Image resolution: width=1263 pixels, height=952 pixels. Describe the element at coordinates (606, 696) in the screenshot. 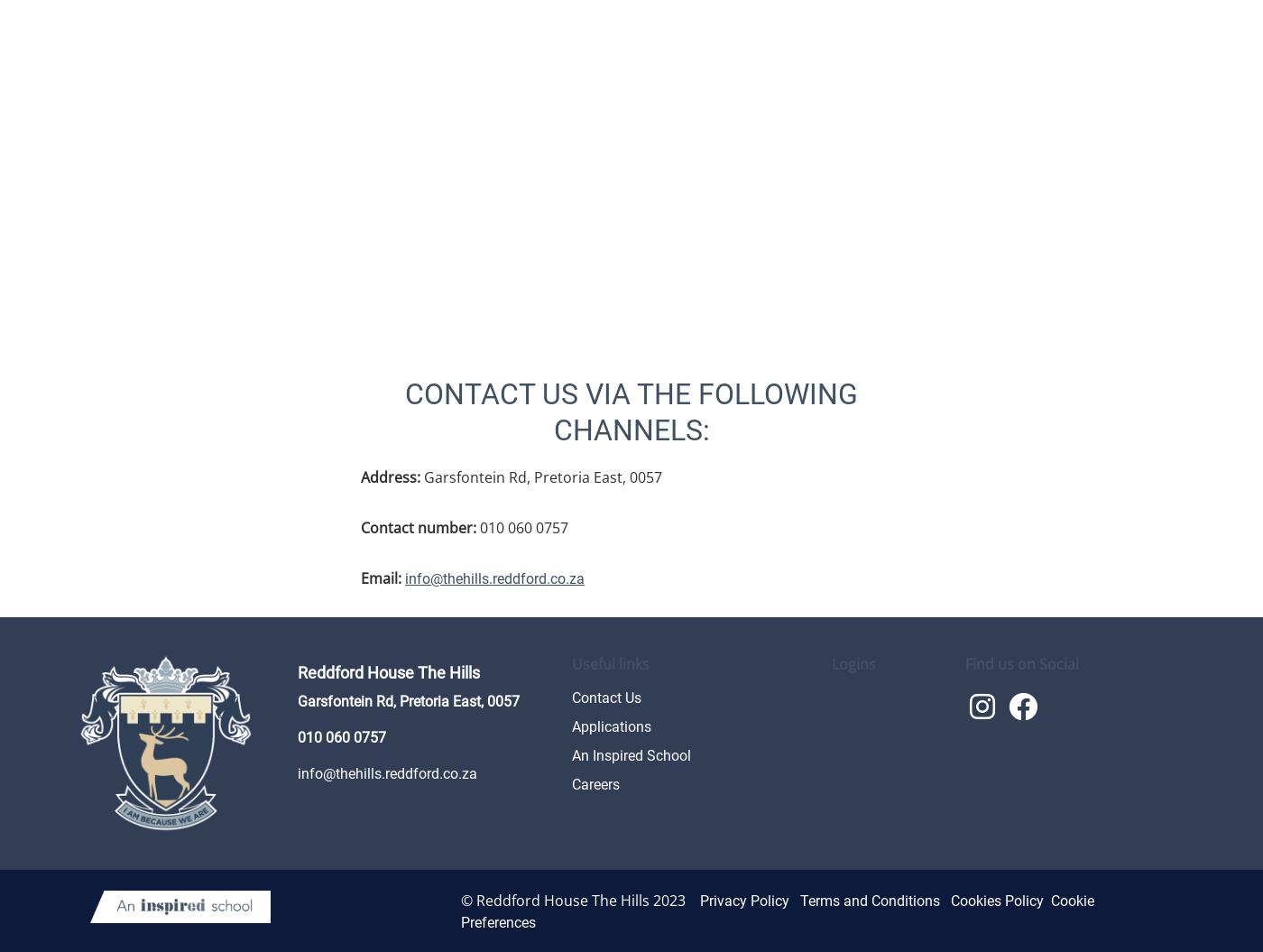

I see `'Contact Us'` at that location.